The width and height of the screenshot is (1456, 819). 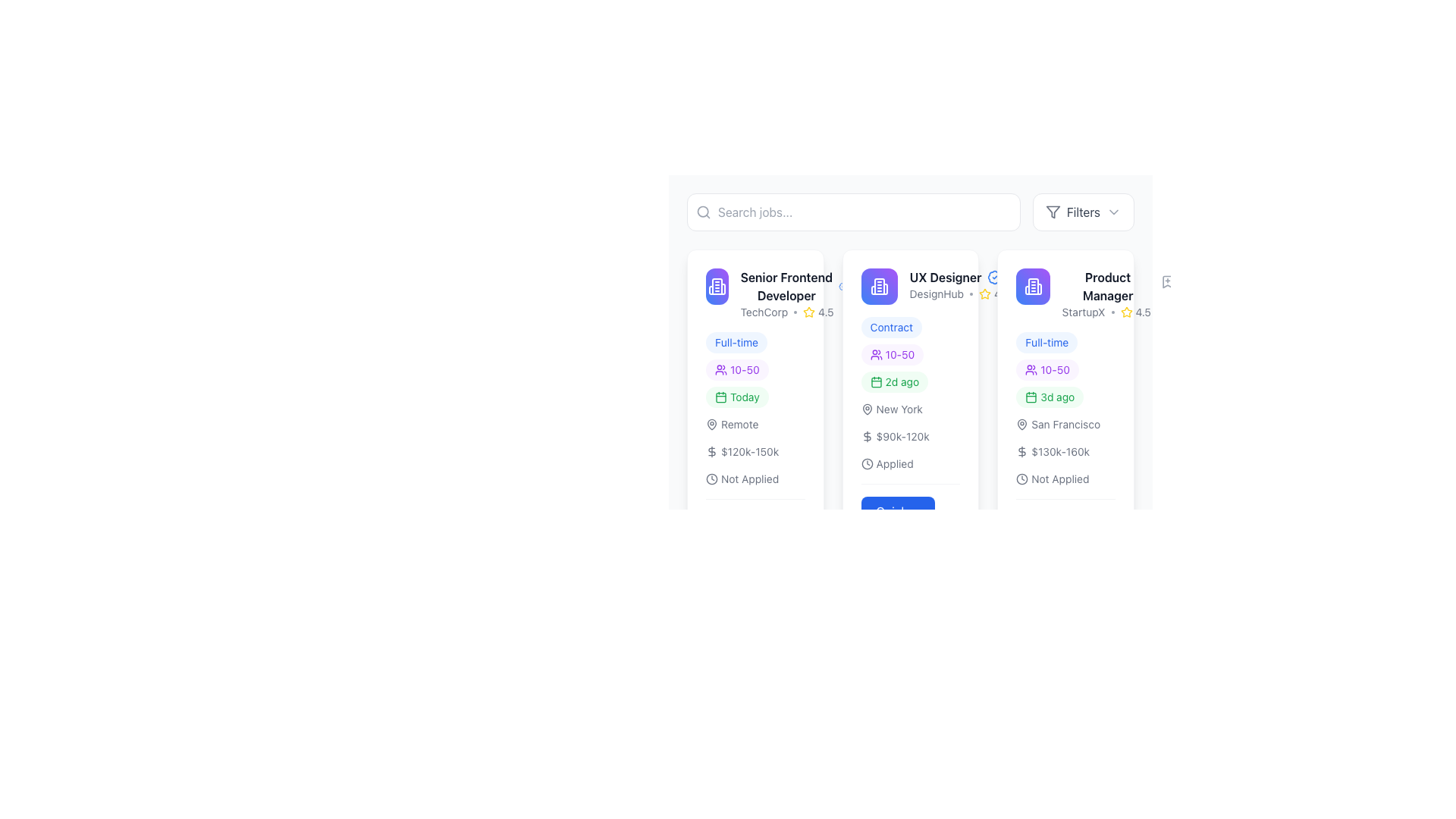 I want to click on the text label displaying 'TechCorp', which is styled in a small gray font and positioned within the job card for 'Senior Frontend Developer', so click(x=764, y=312).